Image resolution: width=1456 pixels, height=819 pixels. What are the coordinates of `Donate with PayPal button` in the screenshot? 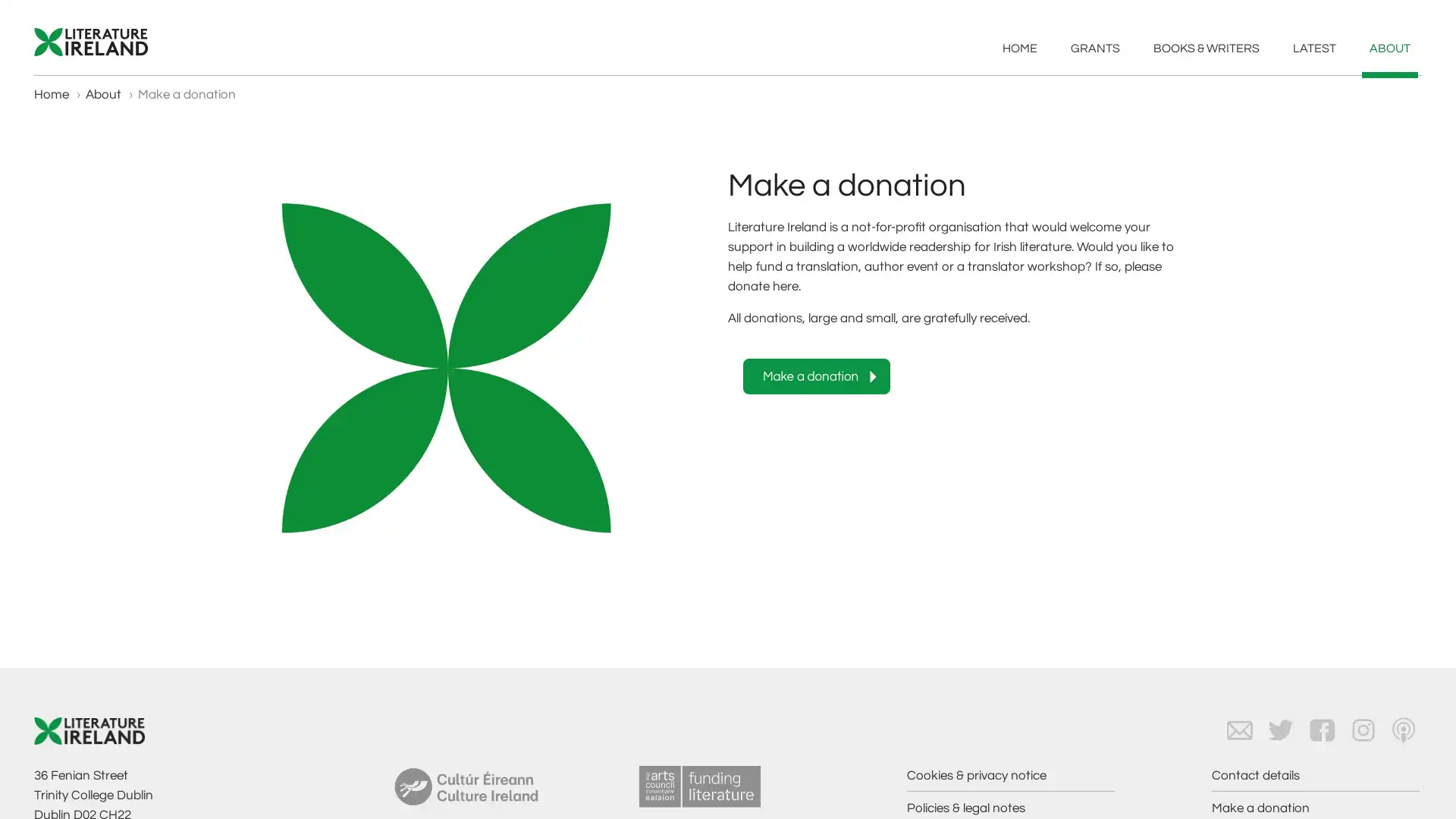 It's located at (815, 375).